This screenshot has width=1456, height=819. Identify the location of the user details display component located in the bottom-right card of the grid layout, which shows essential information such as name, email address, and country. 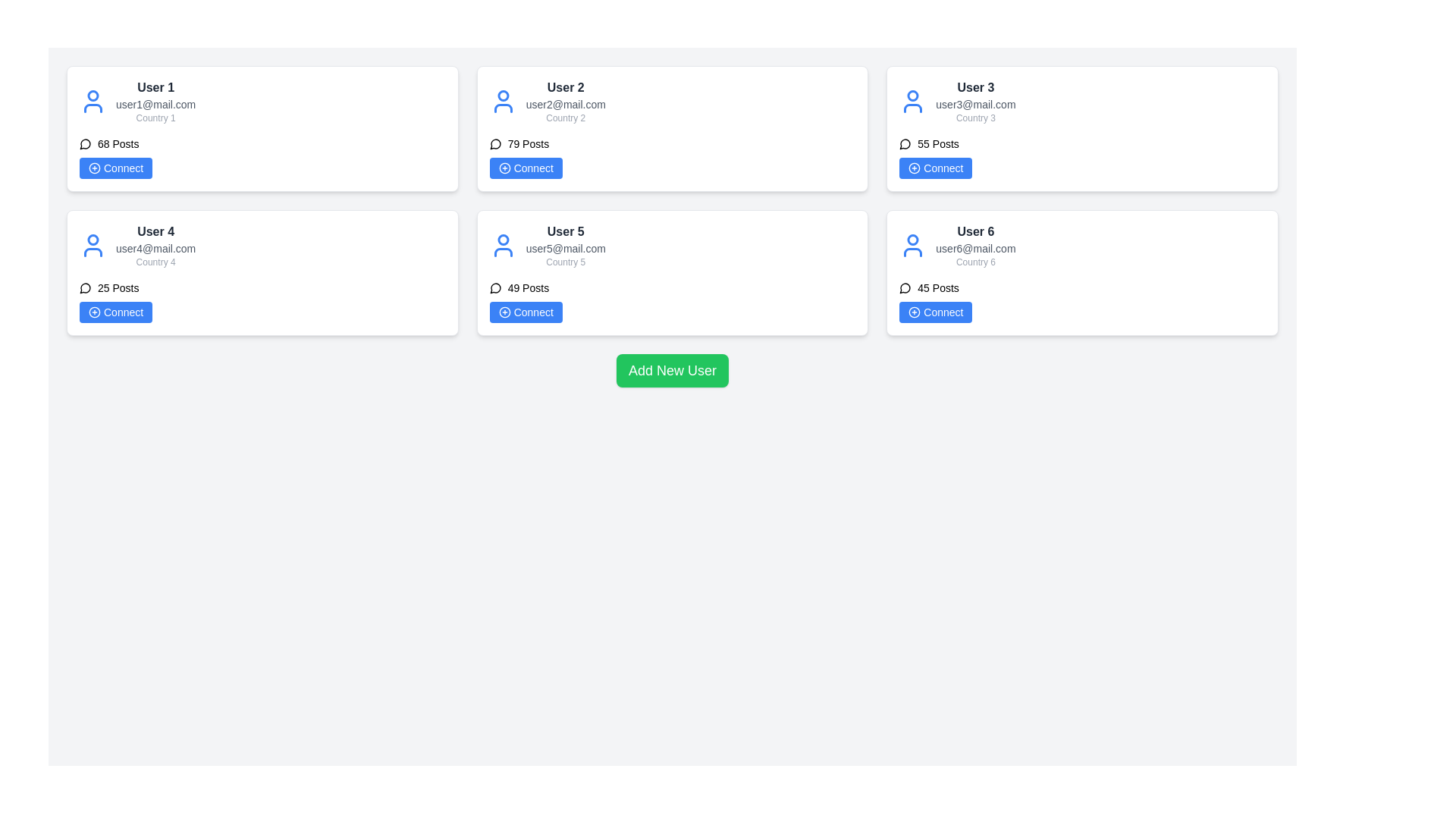
(975, 245).